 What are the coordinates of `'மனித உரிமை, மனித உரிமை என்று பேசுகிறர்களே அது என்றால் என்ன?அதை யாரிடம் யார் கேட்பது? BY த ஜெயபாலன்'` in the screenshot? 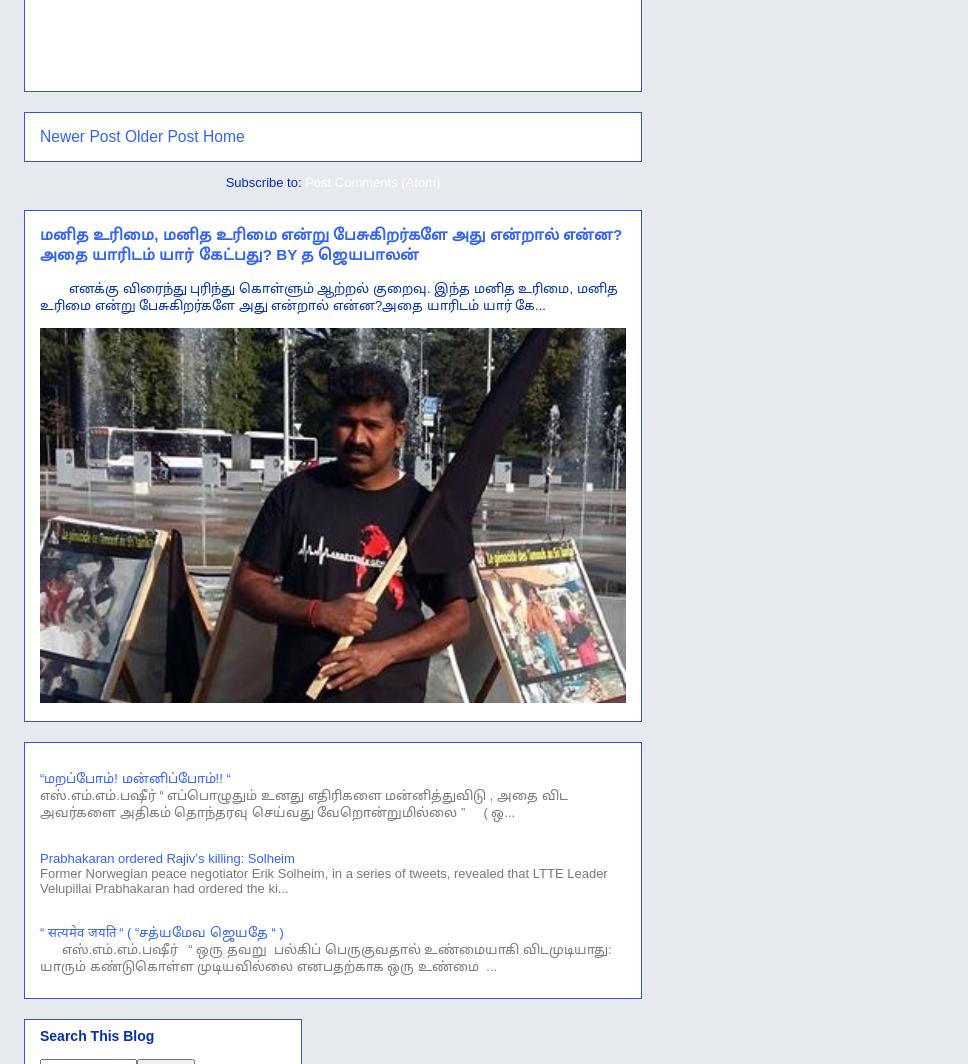 It's located at (330, 243).